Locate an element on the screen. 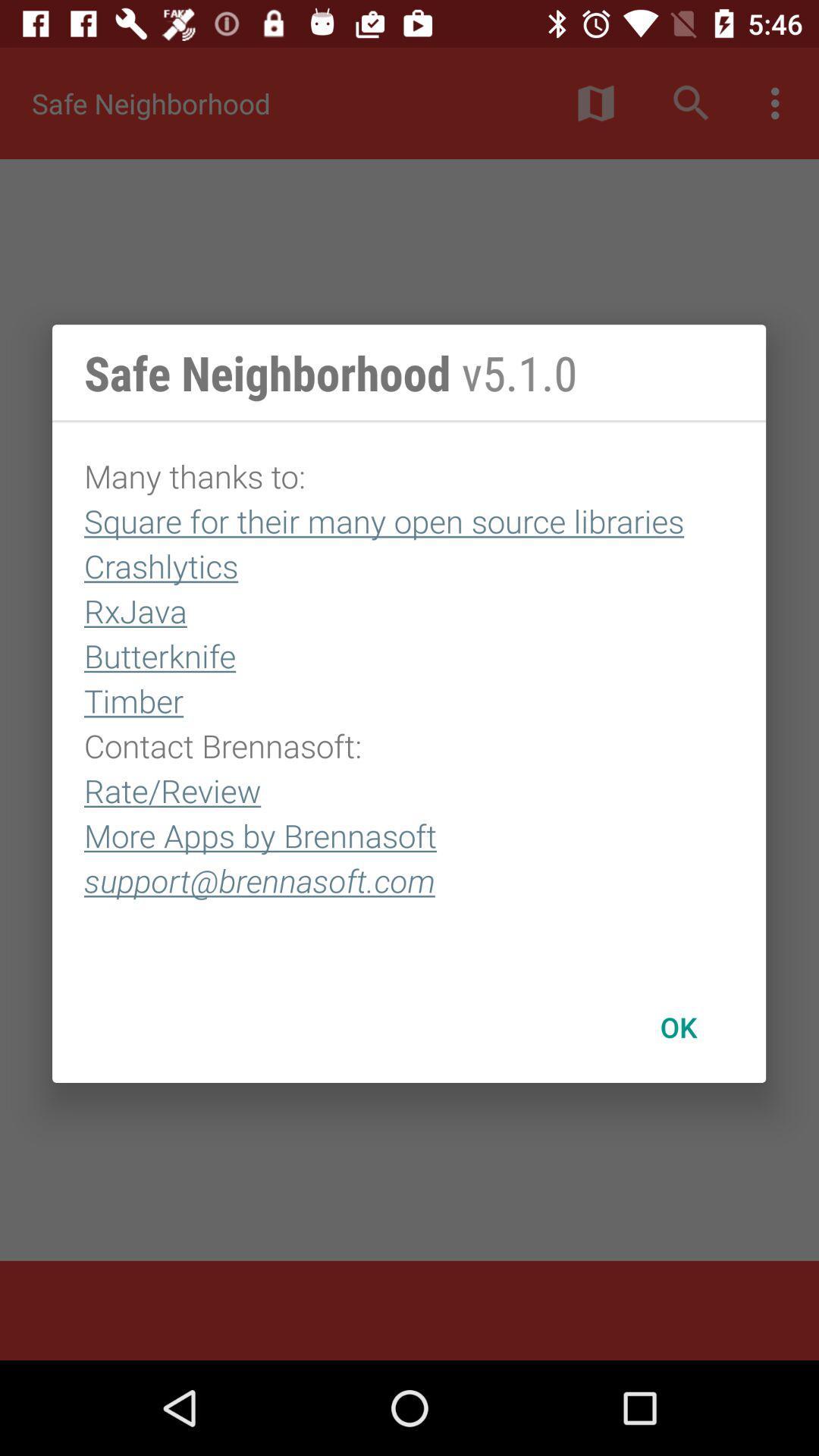 This screenshot has height=1456, width=819. item above ok item is located at coordinates (408, 696).